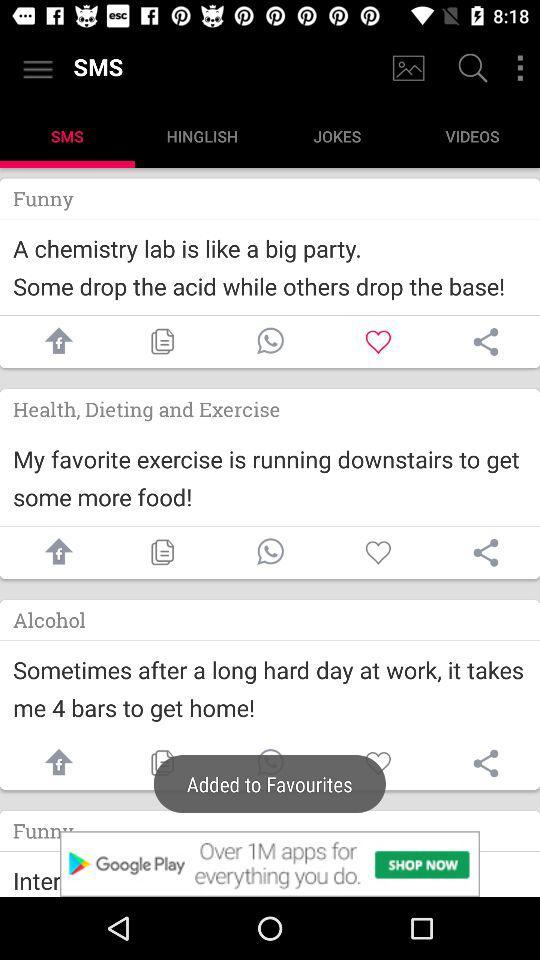 Image resolution: width=540 pixels, height=960 pixels. What do you see at coordinates (378, 552) in the screenshot?
I see `like the message` at bounding box center [378, 552].